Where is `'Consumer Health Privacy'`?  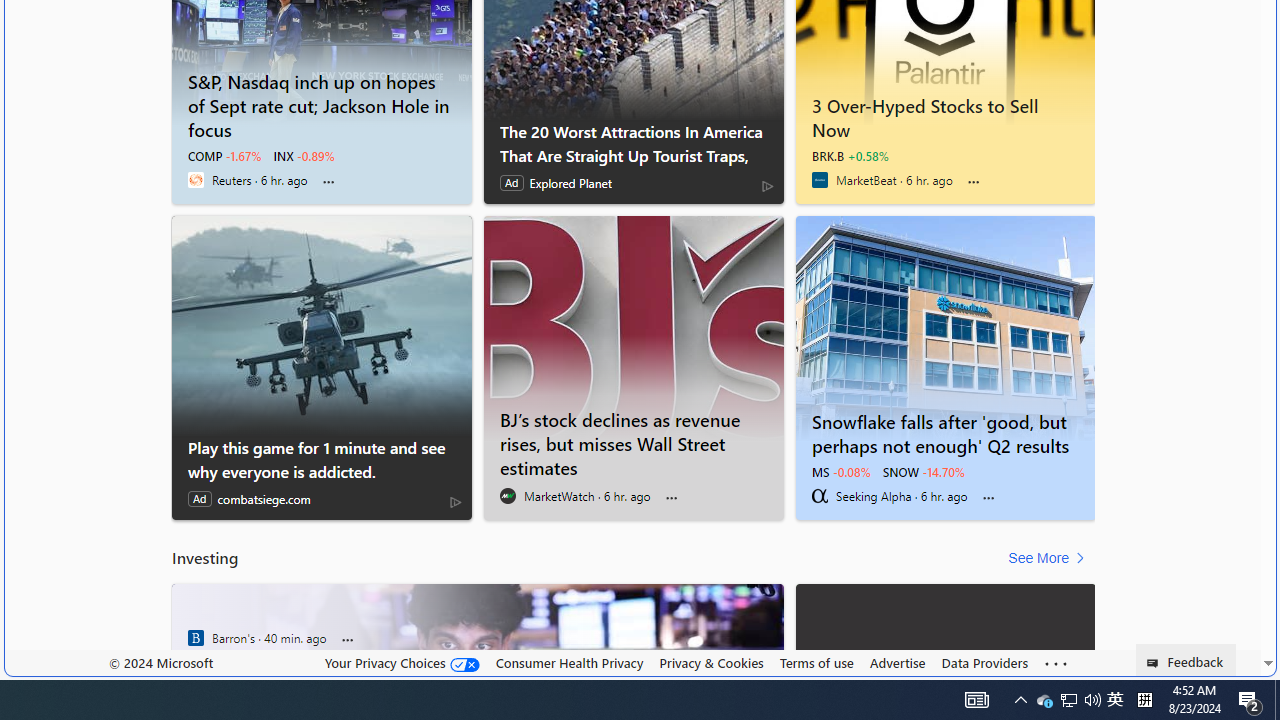 'Consumer Health Privacy' is located at coordinates (568, 662).